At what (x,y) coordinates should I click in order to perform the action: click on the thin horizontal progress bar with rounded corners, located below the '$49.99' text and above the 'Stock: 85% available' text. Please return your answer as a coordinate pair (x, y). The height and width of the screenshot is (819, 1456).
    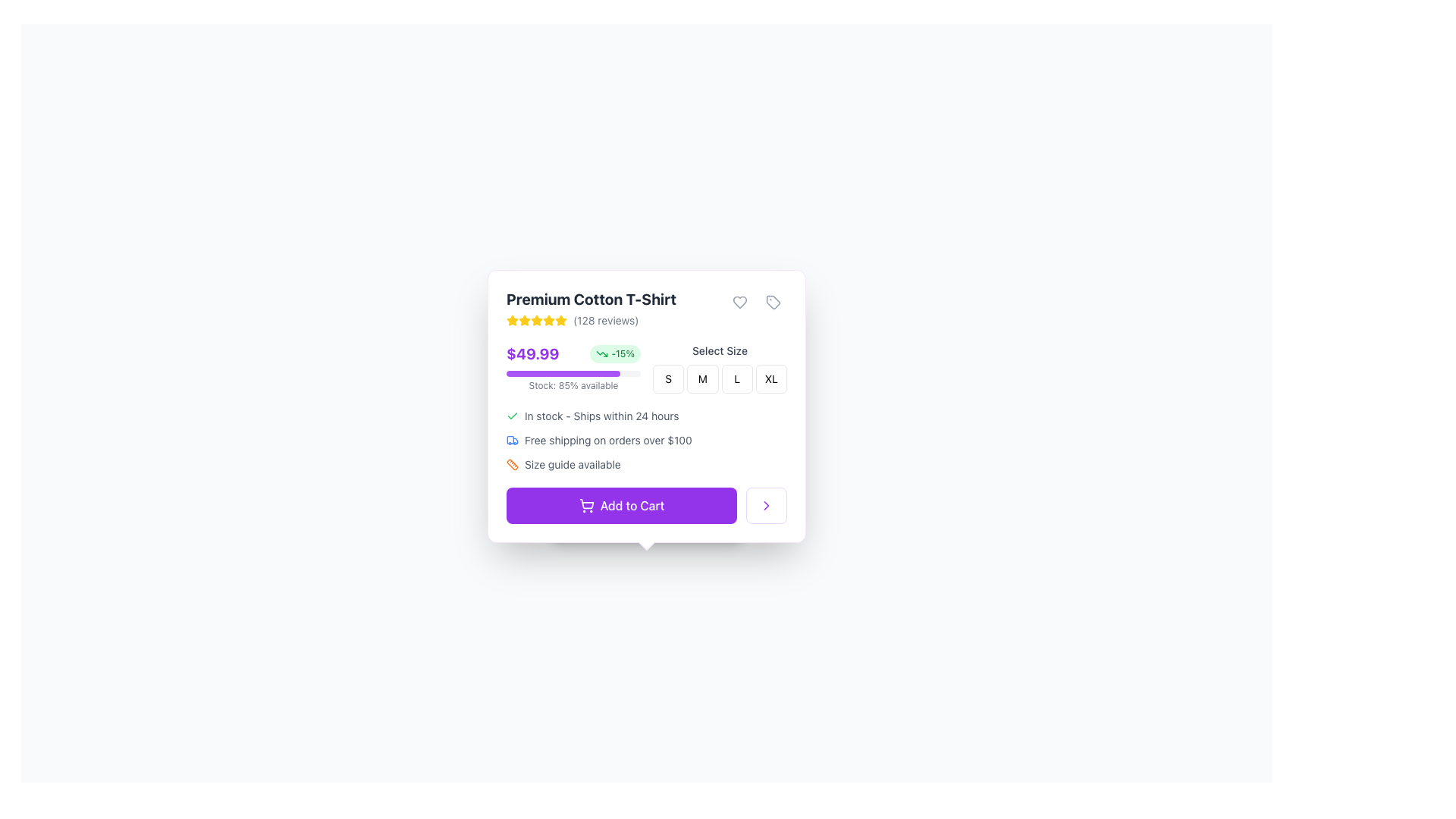
    Looking at the image, I should click on (573, 374).